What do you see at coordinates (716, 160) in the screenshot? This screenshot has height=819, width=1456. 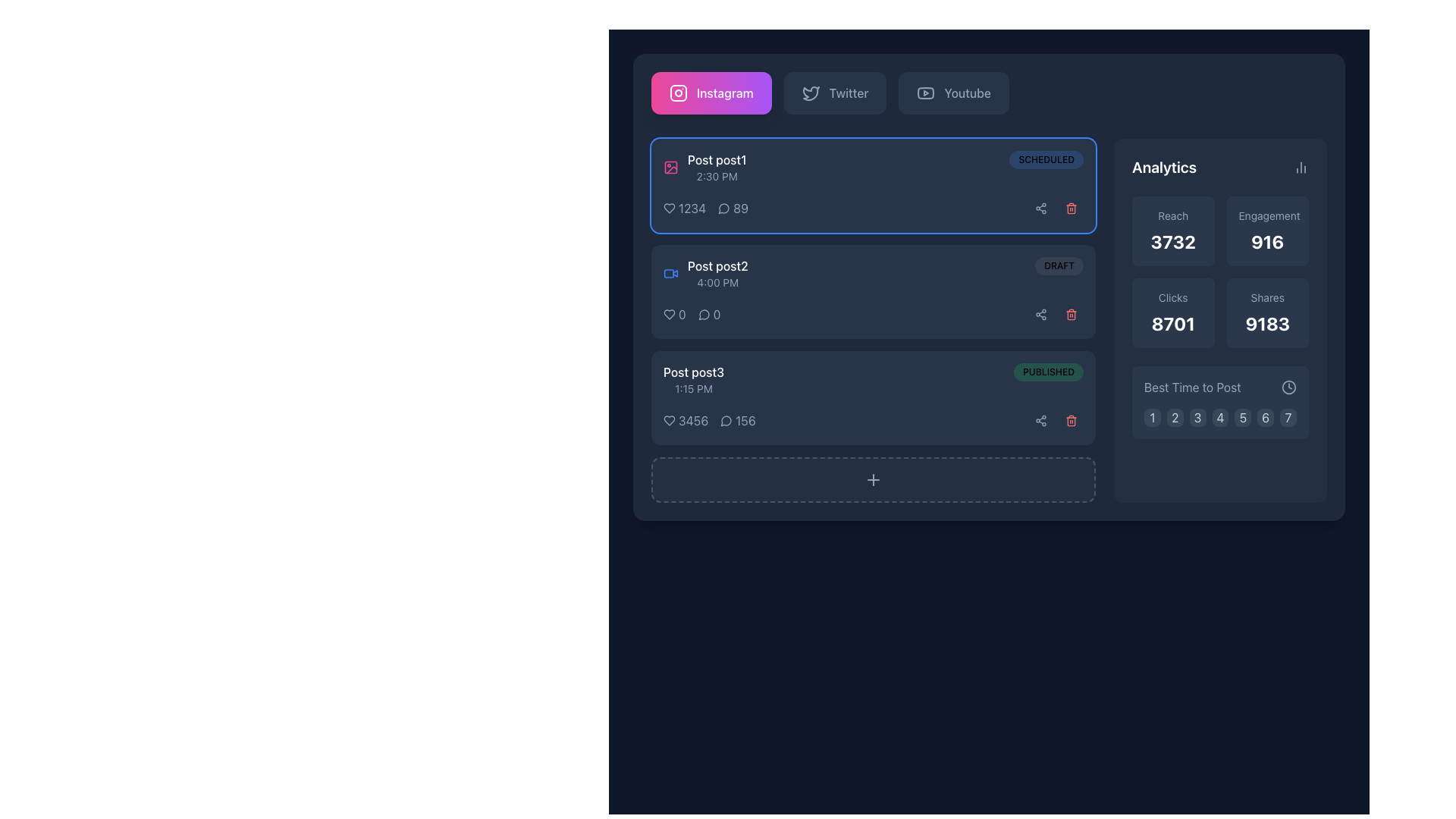 I see `the text label at the top-left side of the group card that contains the title or identifier of the post` at bounding box center [716, 160].